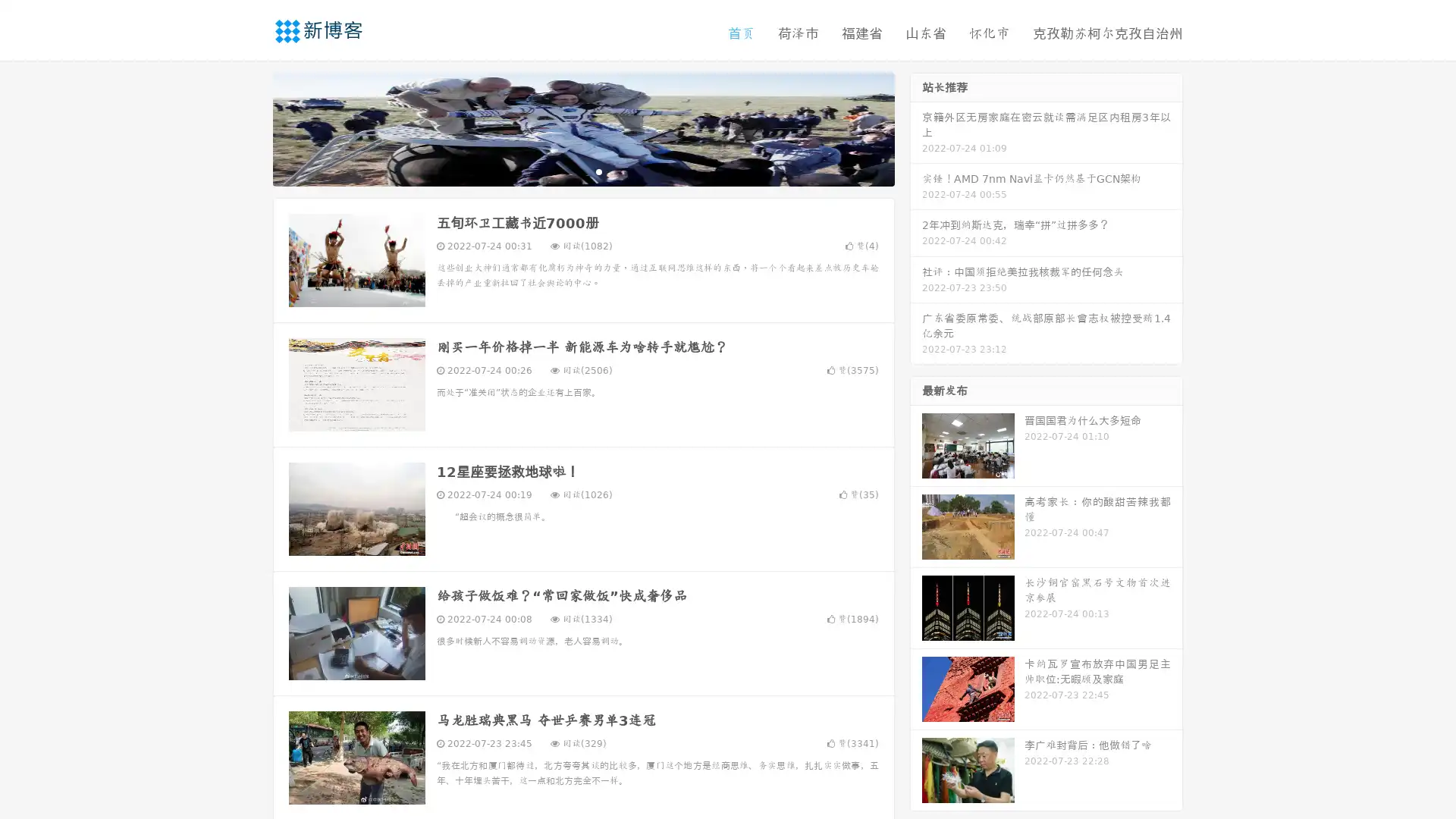 Image resolution: width=1456 pixels, height=819 pixels. Describe the element at coordinates (250, 127) in the screenshot. I see `Previous slide` at that location.